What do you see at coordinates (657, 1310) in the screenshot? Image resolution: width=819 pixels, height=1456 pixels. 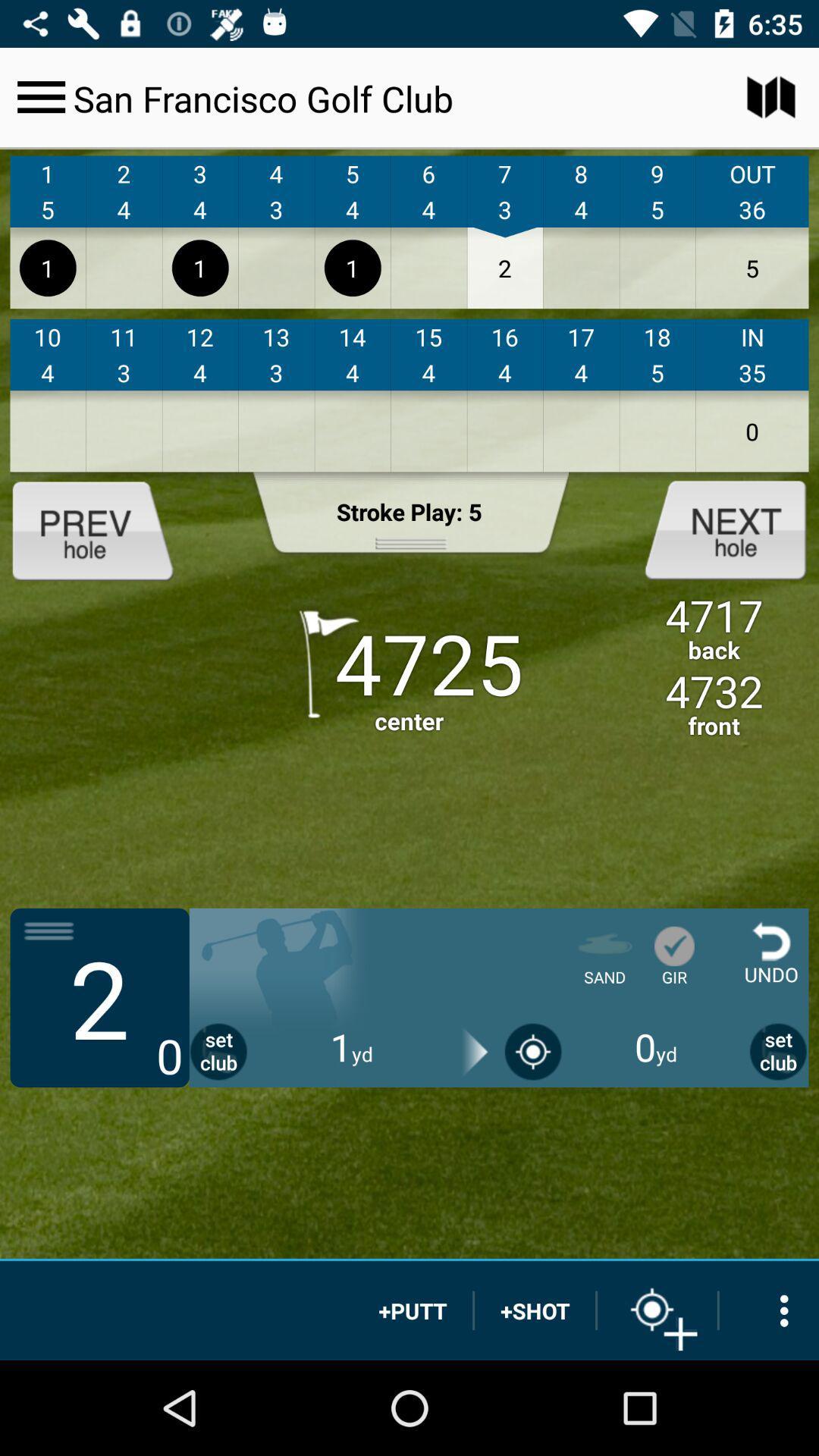 I see `the location_crosshair icon` at bounding box center [657, 1310].